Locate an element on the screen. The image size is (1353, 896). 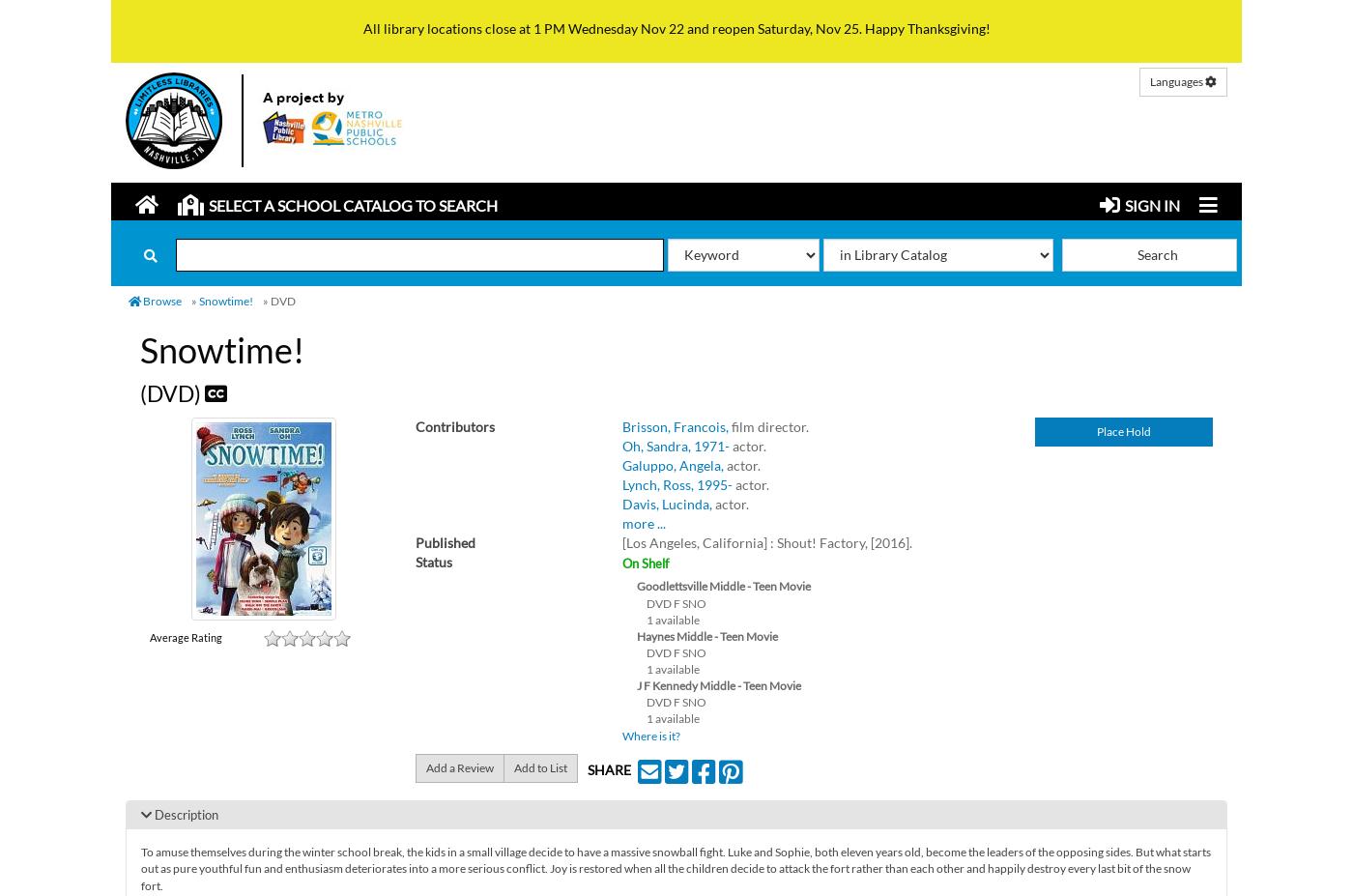
'Kid's Catalog' is located at coordinates (1041, 350).